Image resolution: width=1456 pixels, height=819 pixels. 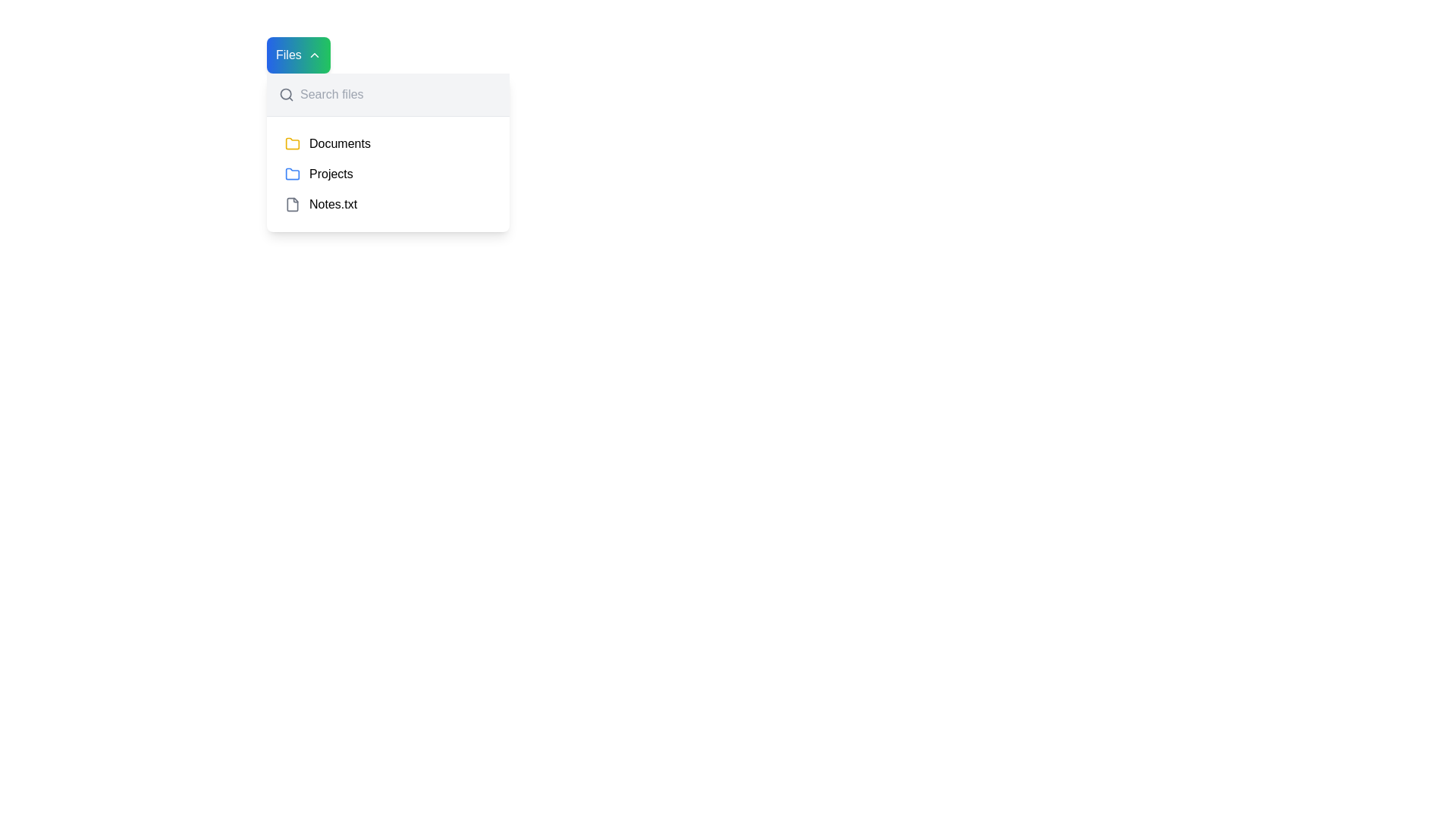 What do you see at coordinates (286, 94) in the screenshot?
I see `the hollow circle of the magnifying glass icon, which is part of the search bar at the top section of the dropdown menu` at bounding box center [286, 94].